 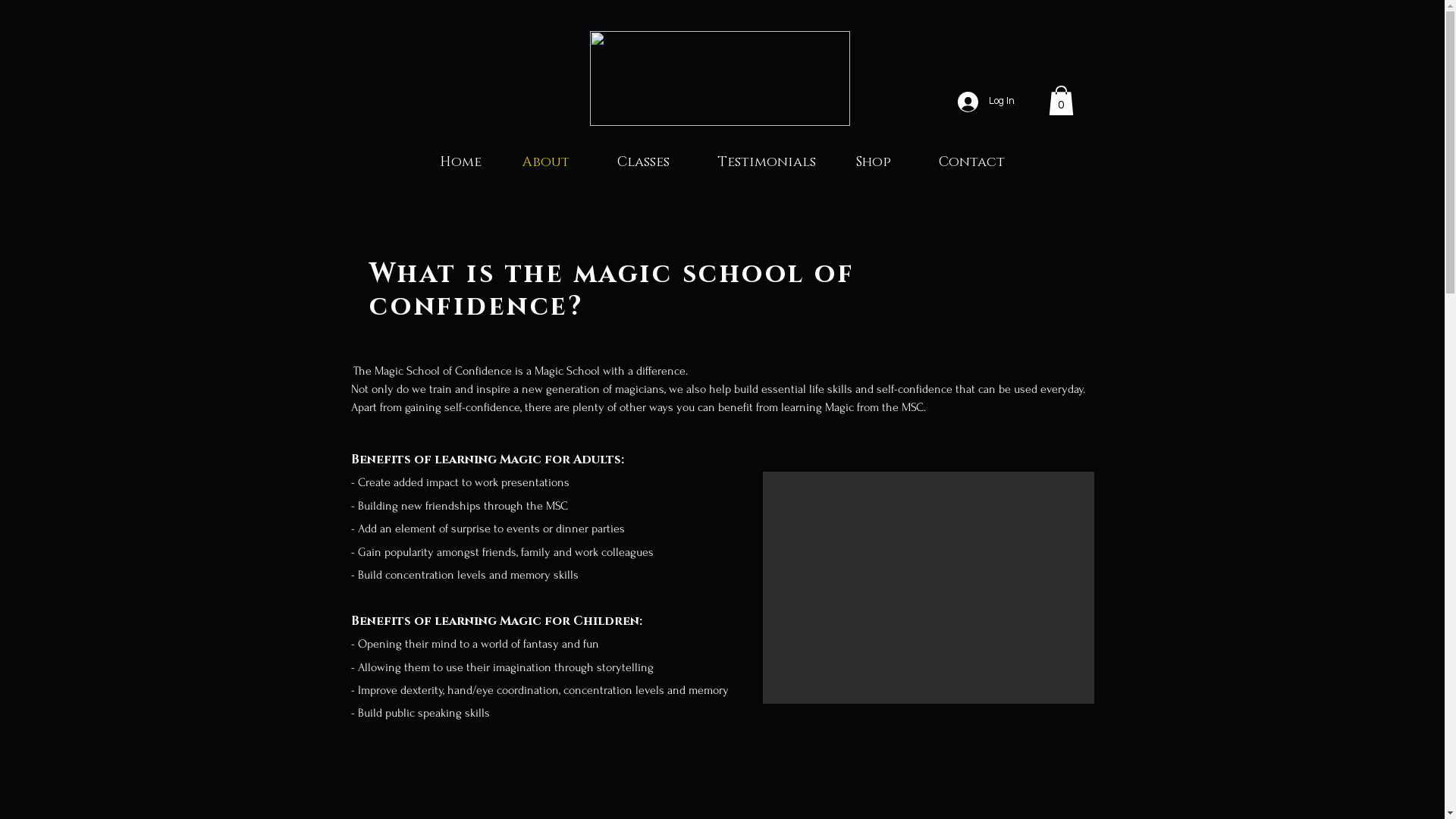 I want to click on 'Testimonials', so click(x=767, y=162).